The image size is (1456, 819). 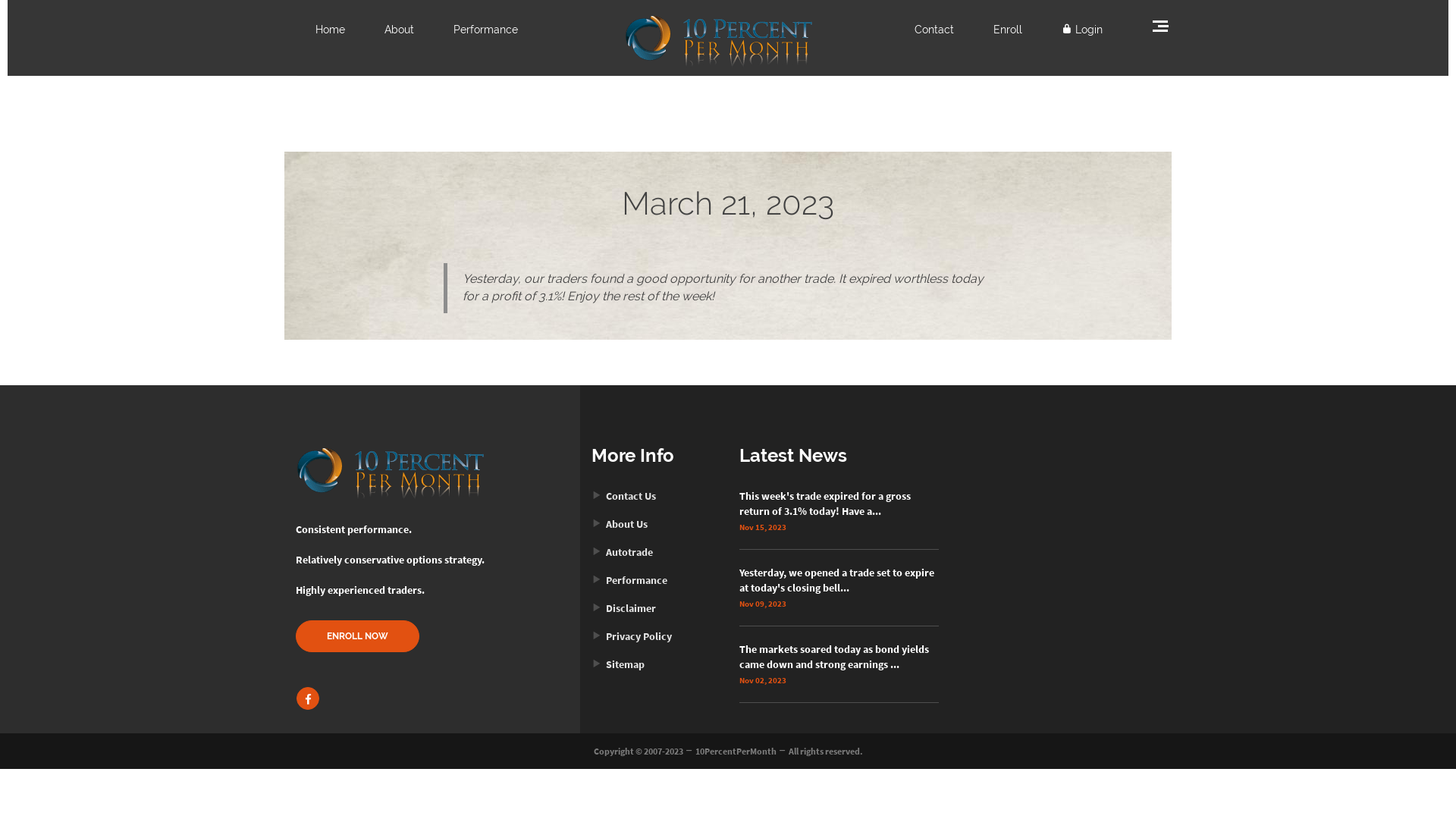 What do you see at coordinates (1081, 29) in the screenshot?
I see `'Login'` at bounding box center [1081, 29].